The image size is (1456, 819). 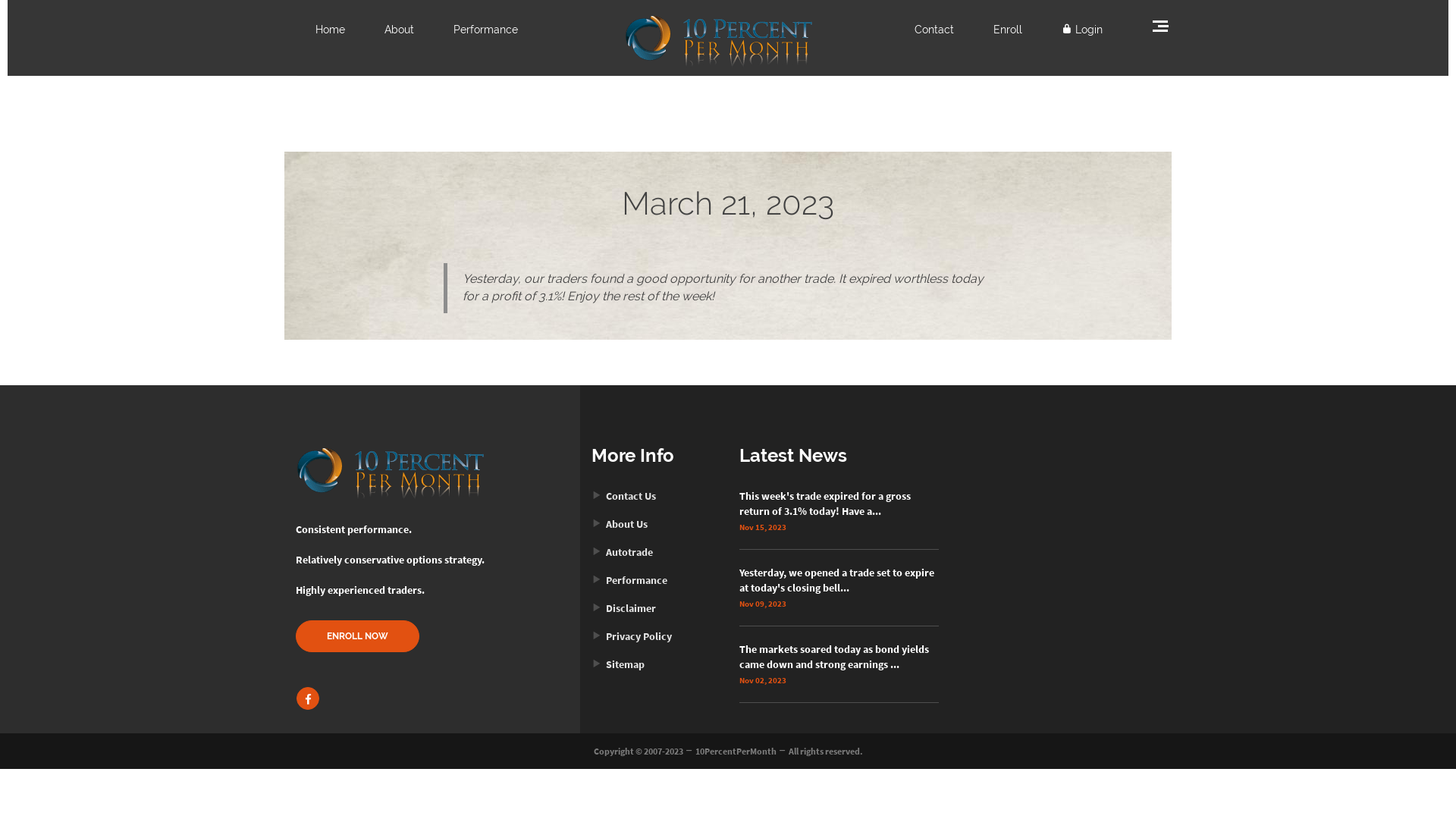 What do you see at coordinates (1081, 29) in the screenshot?
I see `'Login'` at bounding box center [1081, 29].